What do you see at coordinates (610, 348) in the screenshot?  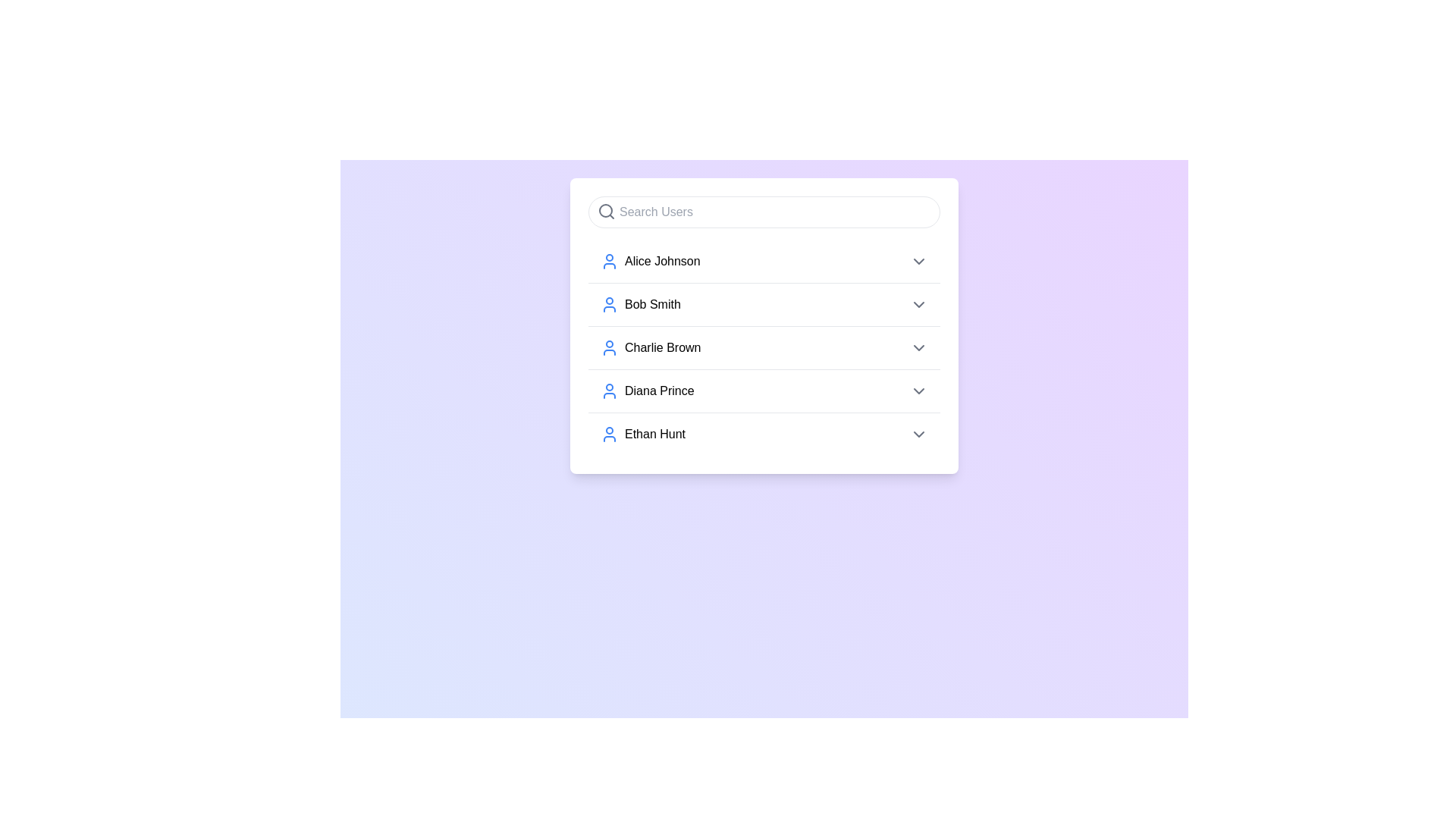 I see `the circular user profile icon with a blue outline positioned to the left of 'Charlie Brown'` at bounding box center [610, 348].